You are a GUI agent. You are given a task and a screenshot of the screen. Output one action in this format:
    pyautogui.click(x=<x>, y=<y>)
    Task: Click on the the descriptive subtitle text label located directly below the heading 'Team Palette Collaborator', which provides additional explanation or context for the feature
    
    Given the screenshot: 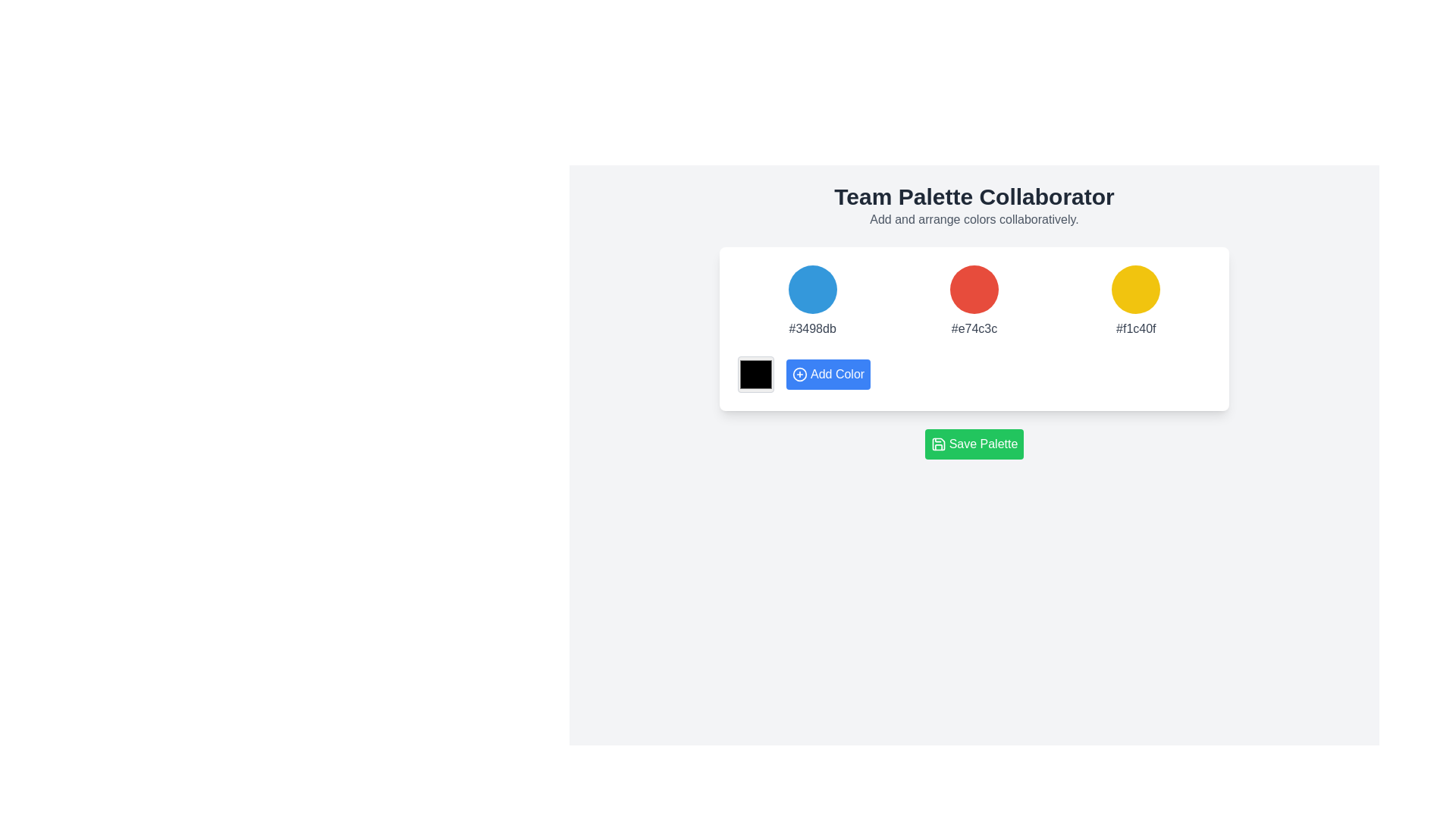 What is the action you would take?
    pyautogui.click(x=974, y=219)
    